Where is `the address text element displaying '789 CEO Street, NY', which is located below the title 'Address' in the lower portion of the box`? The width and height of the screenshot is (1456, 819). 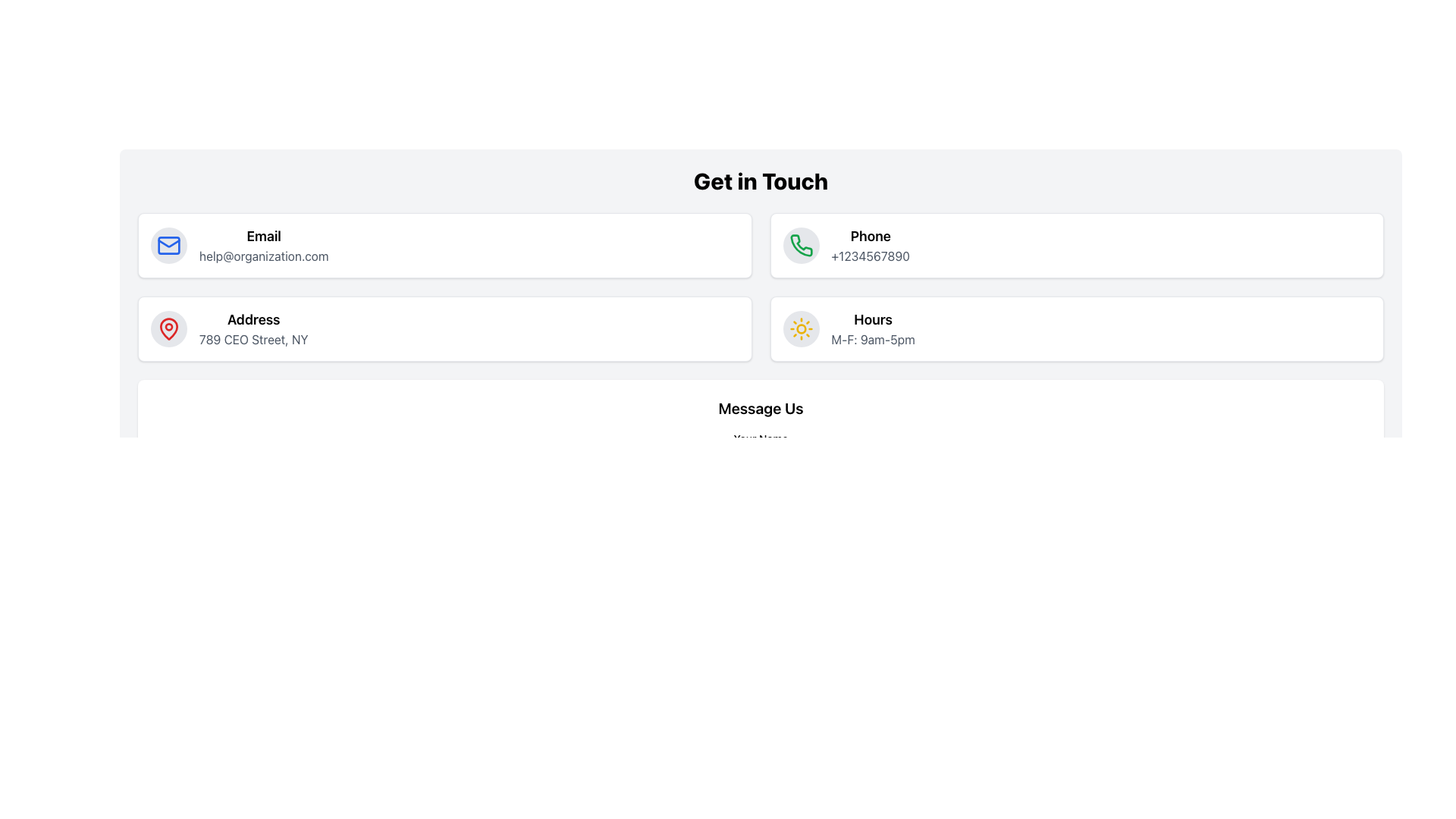 the address text element displaying '789 CEO Street, NY', which is located below the title 'Address' in the lower portion of the box is located at coordinates (253, 338).